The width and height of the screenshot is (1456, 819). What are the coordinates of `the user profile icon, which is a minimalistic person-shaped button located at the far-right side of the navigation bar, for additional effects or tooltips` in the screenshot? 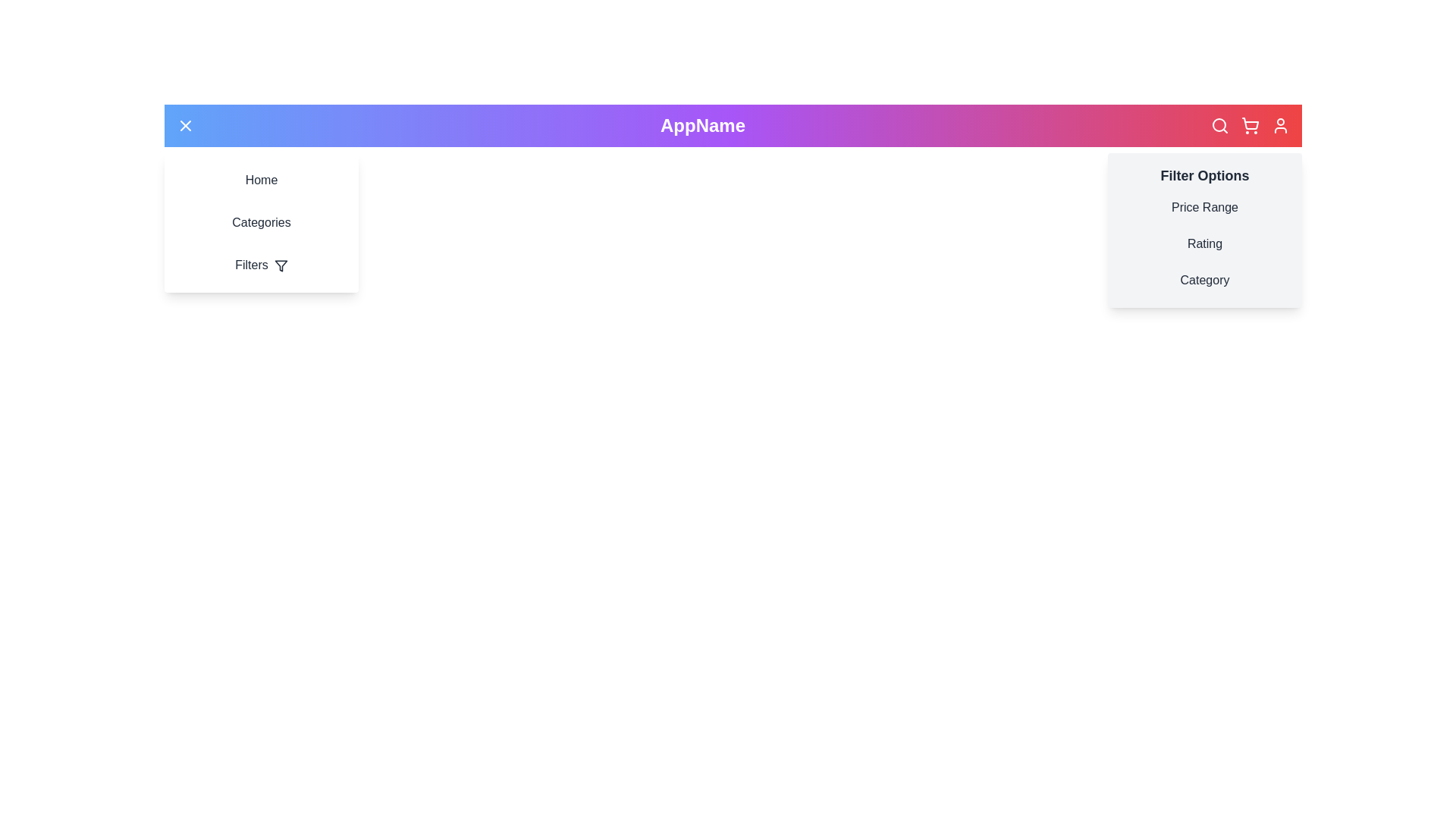 It's located at (1280, 124).